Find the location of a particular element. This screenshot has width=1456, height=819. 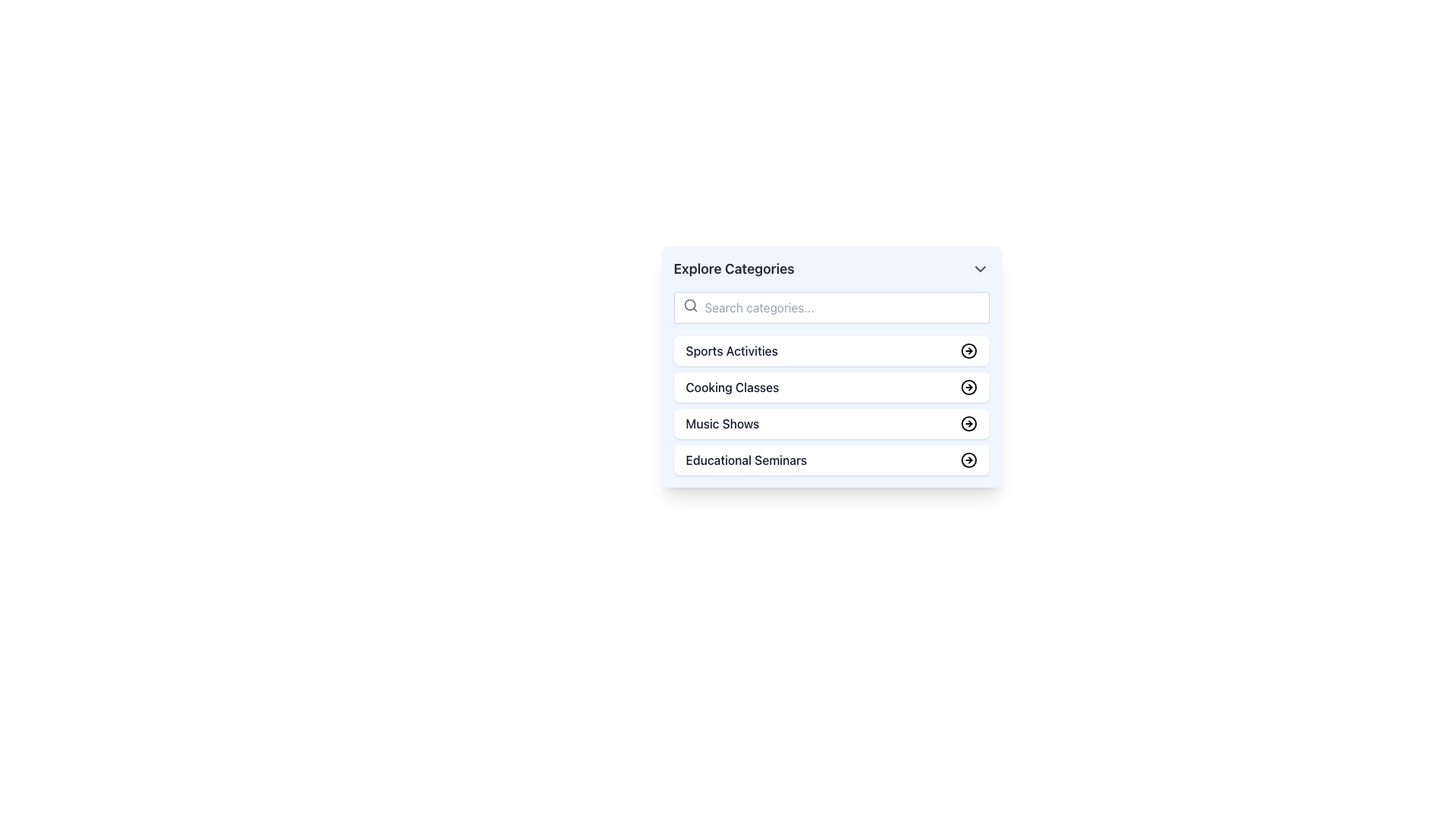

the search bar located in the 'Explore Categories' section, which allows users to input keywords for filtering or searching is located at coordinates (830, 307).